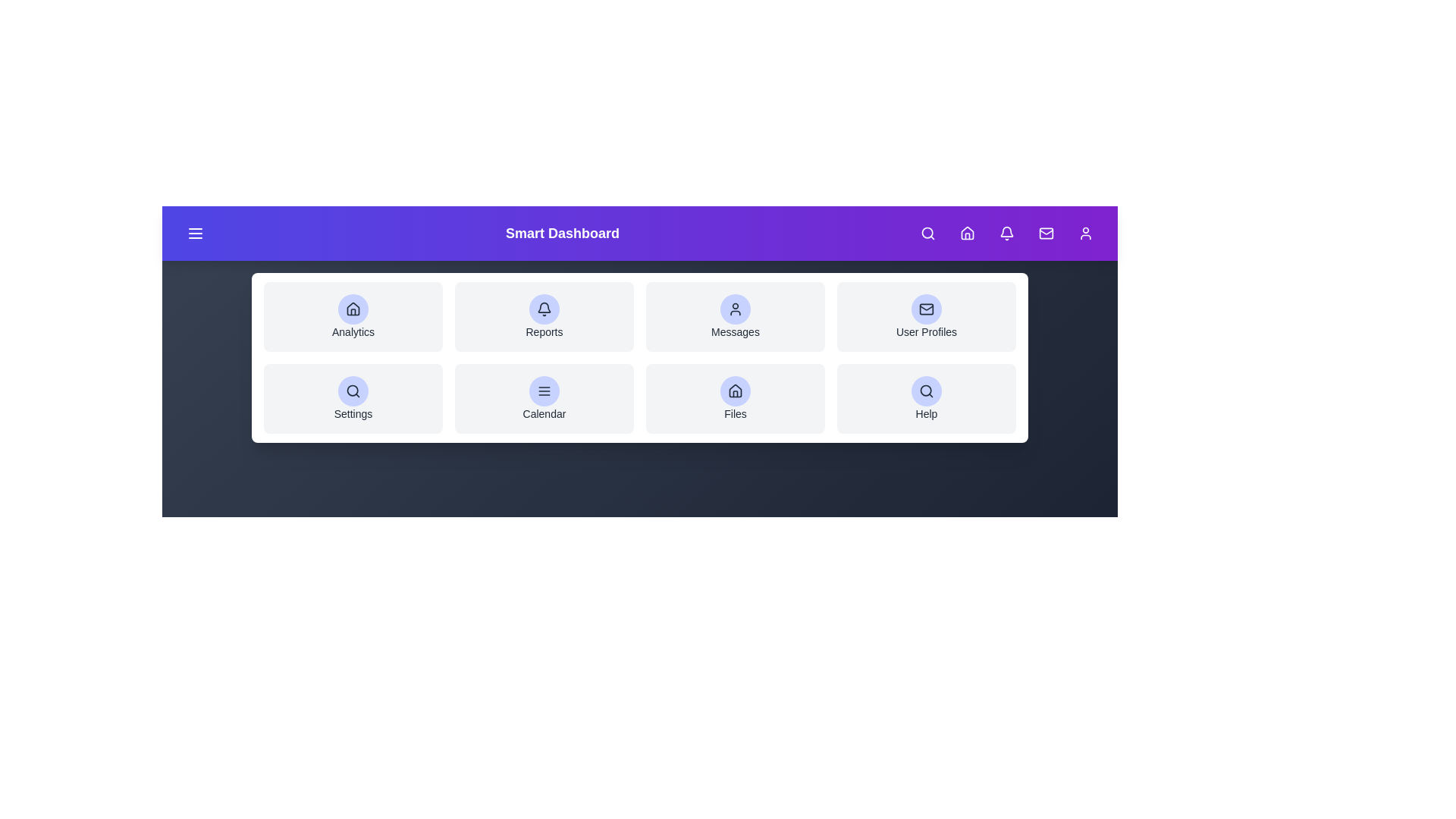  What do you see at coordinates (735, 397) in the screenshot?
I see `the grid item labeled Files` at bounding box center [735, 397].